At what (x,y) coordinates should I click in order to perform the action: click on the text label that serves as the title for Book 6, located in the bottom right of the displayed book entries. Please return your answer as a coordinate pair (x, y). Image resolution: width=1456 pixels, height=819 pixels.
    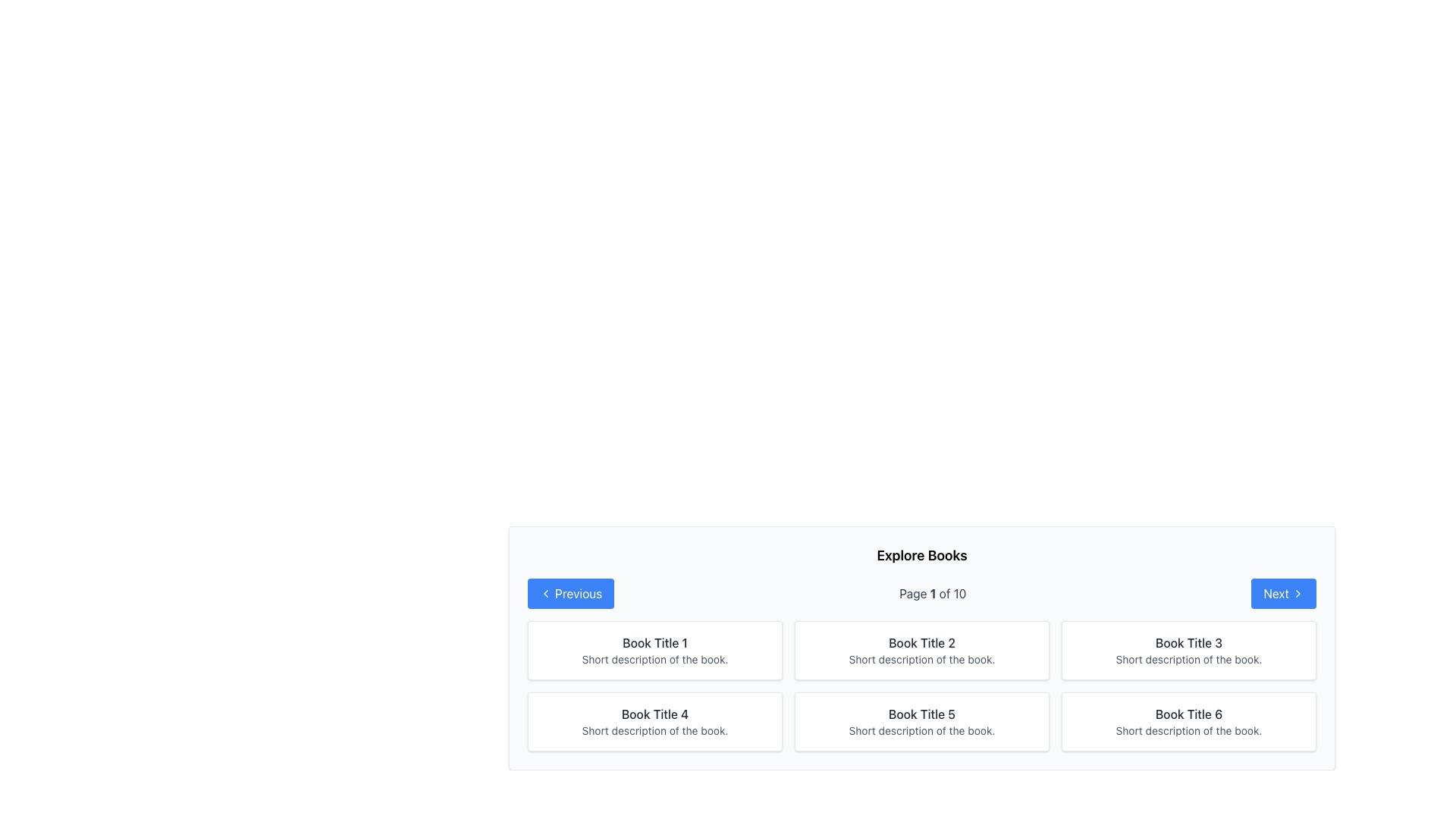
    Looking at the image, I should click on (1188, 714).